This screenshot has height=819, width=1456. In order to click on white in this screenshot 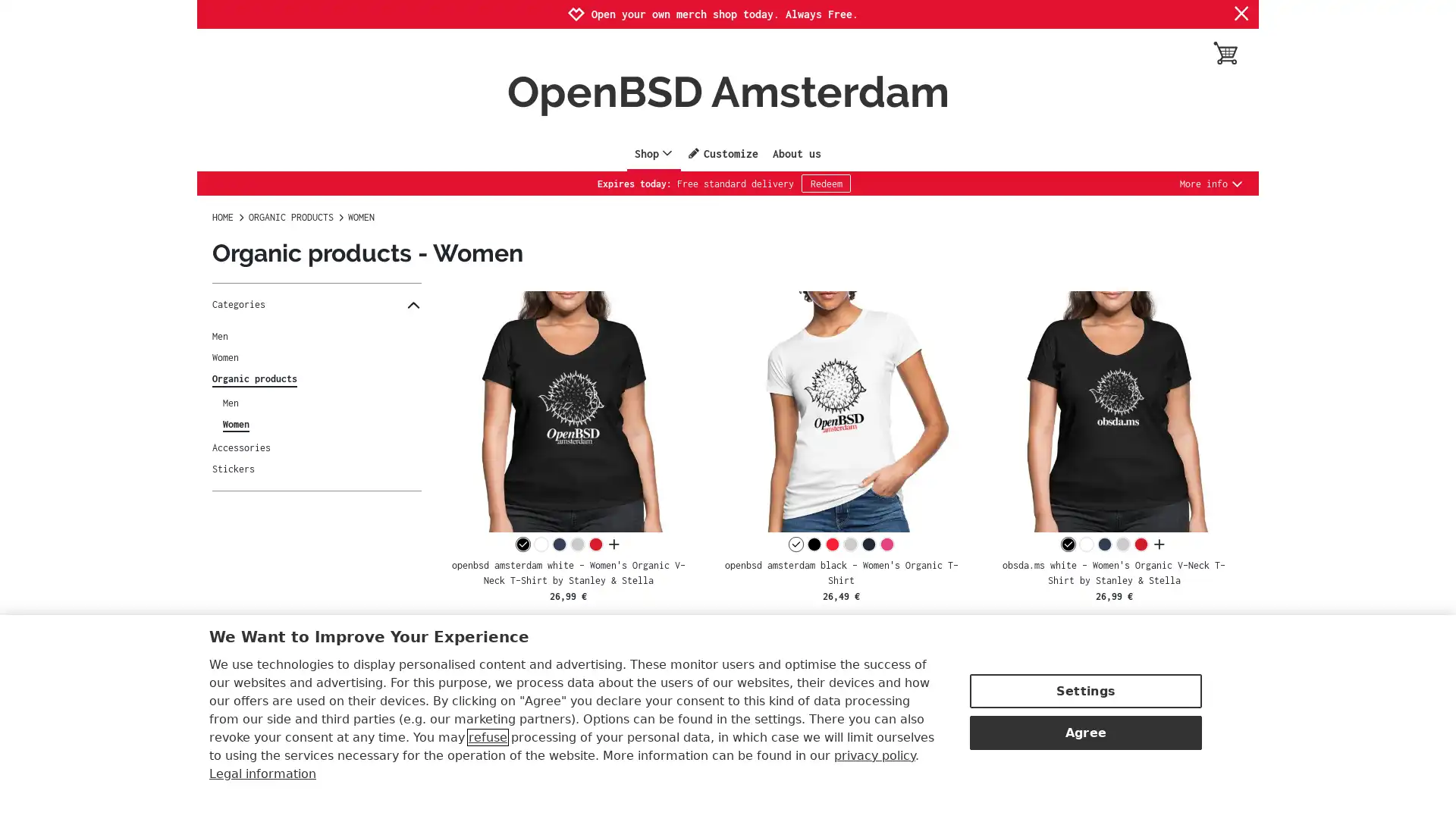, I will do `click(795, 544)`.